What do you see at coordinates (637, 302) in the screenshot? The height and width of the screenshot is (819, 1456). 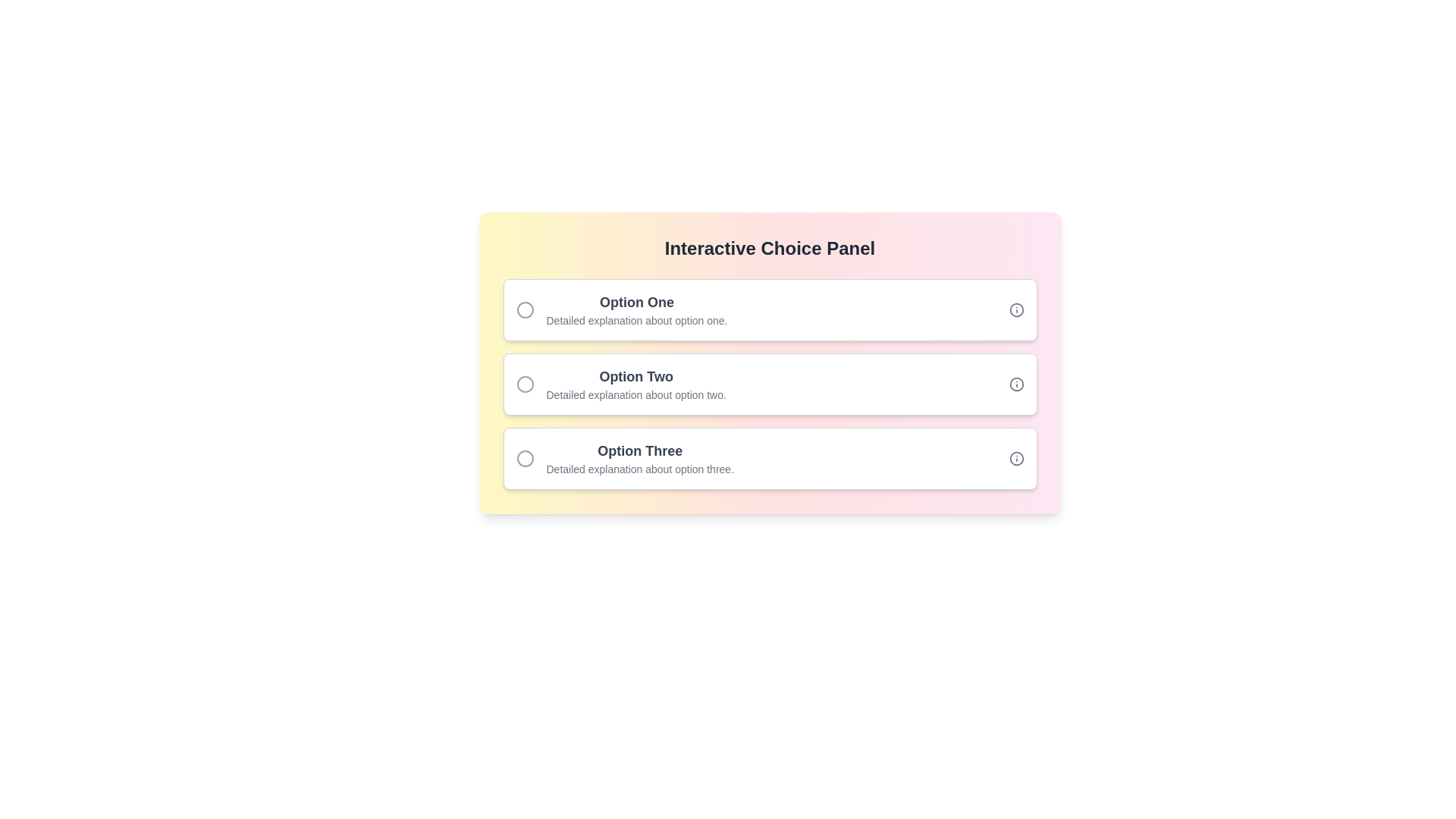 I see `text element displaying 'Option One' in bold font and dark gray color, located at the top of the first card in the options list` at bounding box center [637, 302].